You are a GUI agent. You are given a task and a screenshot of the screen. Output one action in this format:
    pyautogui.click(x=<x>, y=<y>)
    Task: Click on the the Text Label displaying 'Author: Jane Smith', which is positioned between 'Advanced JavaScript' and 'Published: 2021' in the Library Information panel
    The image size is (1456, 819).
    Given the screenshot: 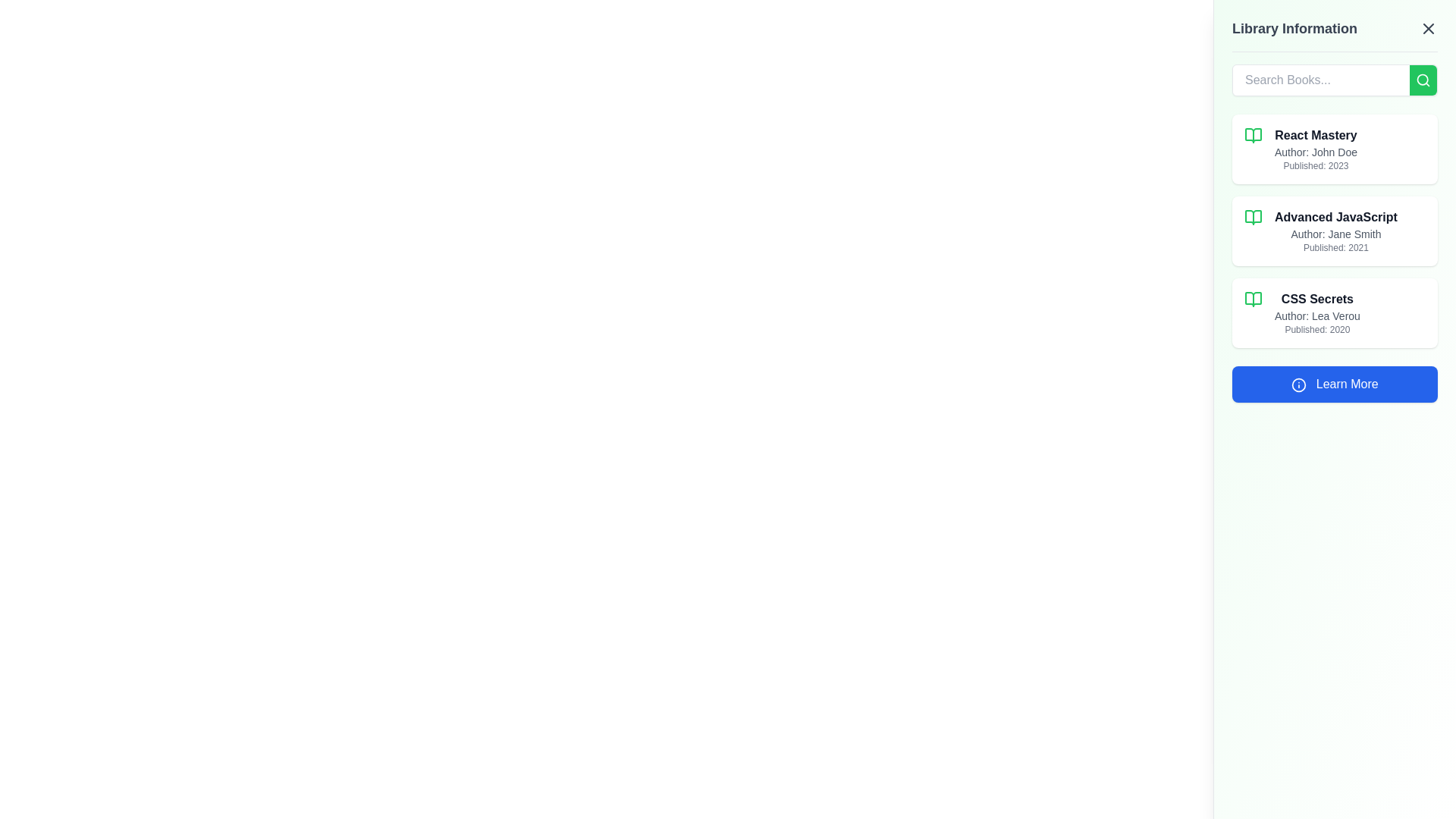 What is the action you would take?
    pyautogui.click(x=1335, y=234)
    